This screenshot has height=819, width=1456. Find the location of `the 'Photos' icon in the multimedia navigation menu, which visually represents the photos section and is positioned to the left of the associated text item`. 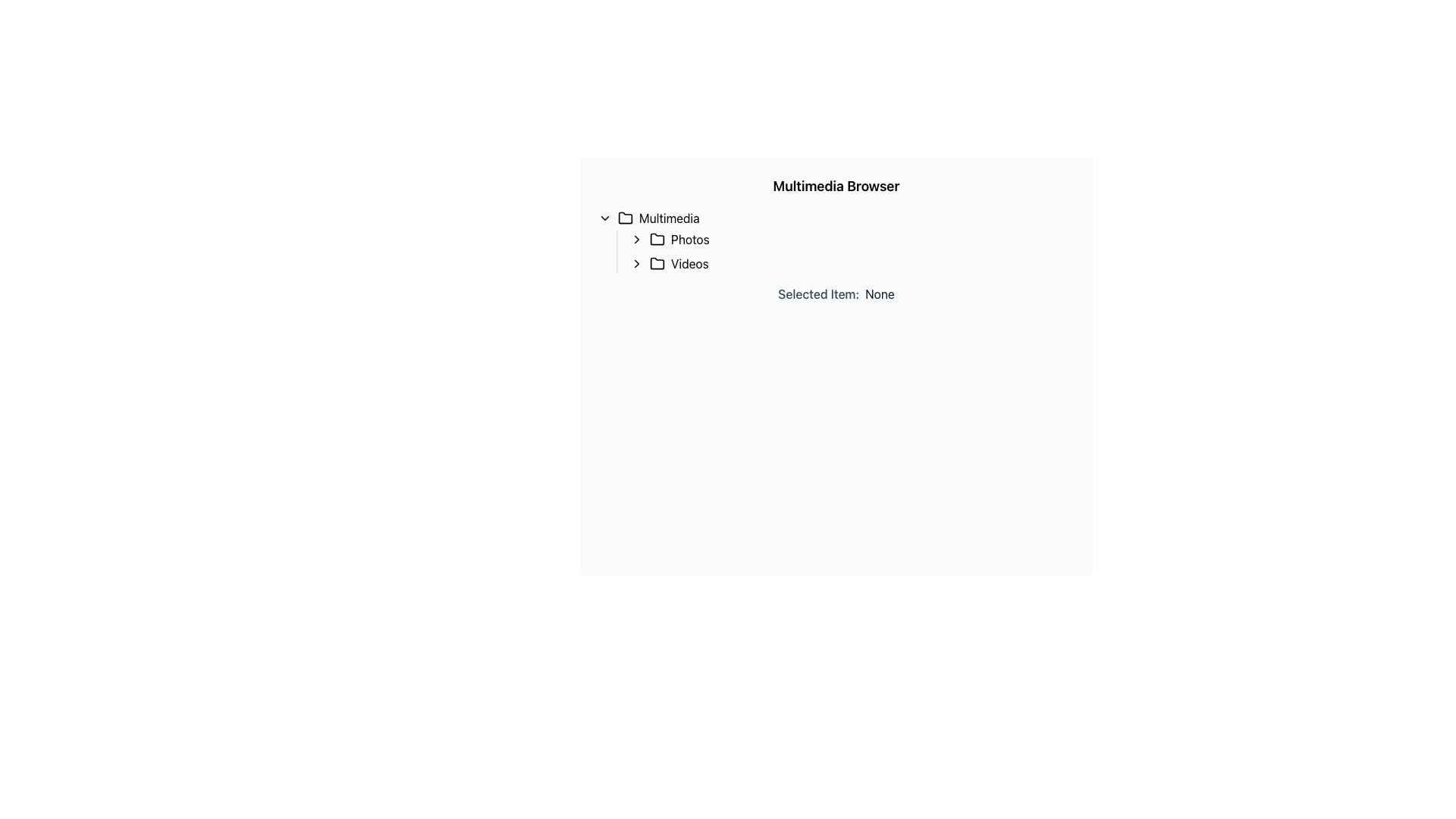

the 'Photos' icon in the multimedia navigation menu, which visually represents the photos section and is positioned to the left of the associated text item is located at coordinates (657, 239).